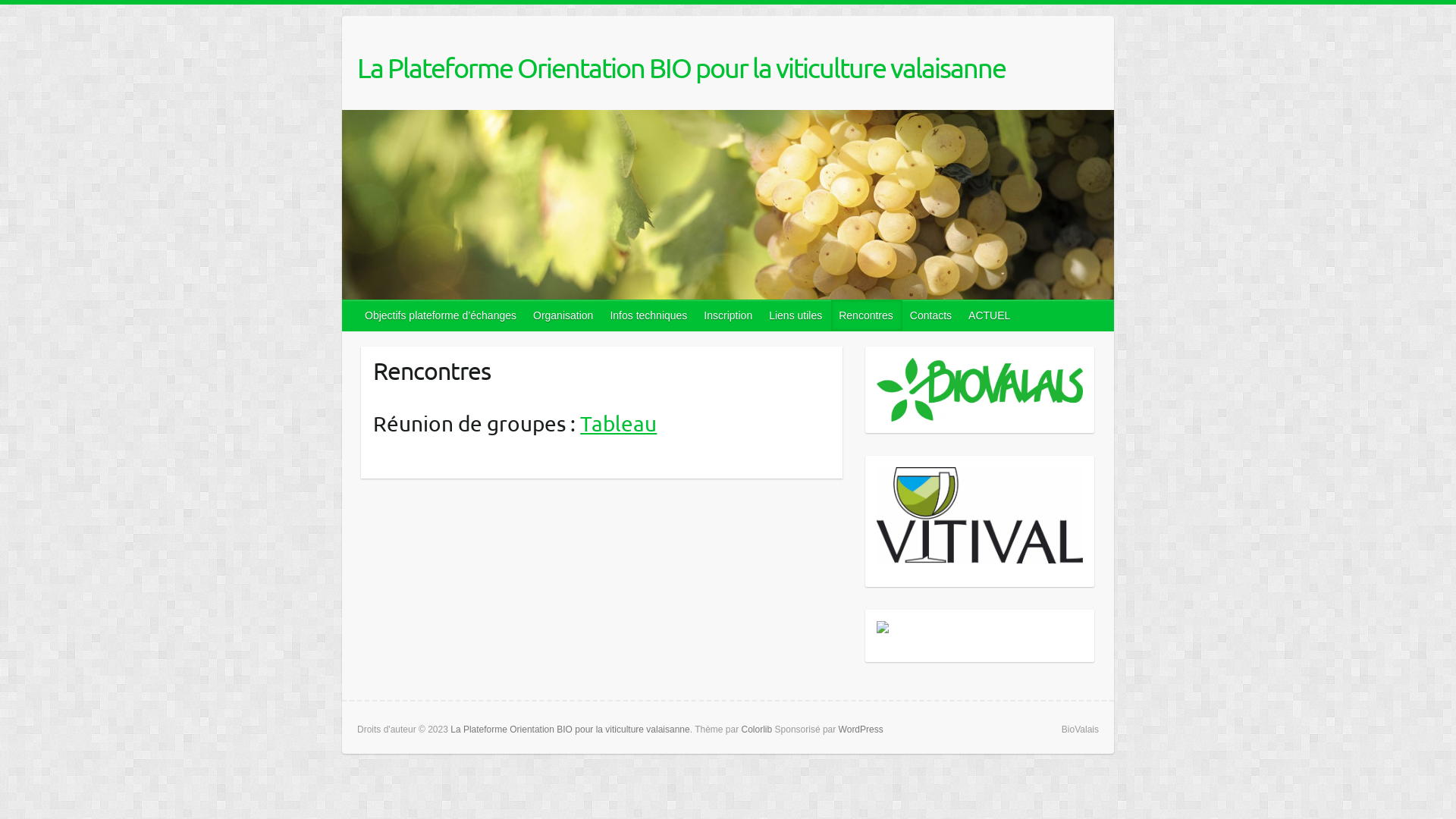 This screenshot has height=819, width=1456. I want to click on 'ACTUEL', so click(990, 315).